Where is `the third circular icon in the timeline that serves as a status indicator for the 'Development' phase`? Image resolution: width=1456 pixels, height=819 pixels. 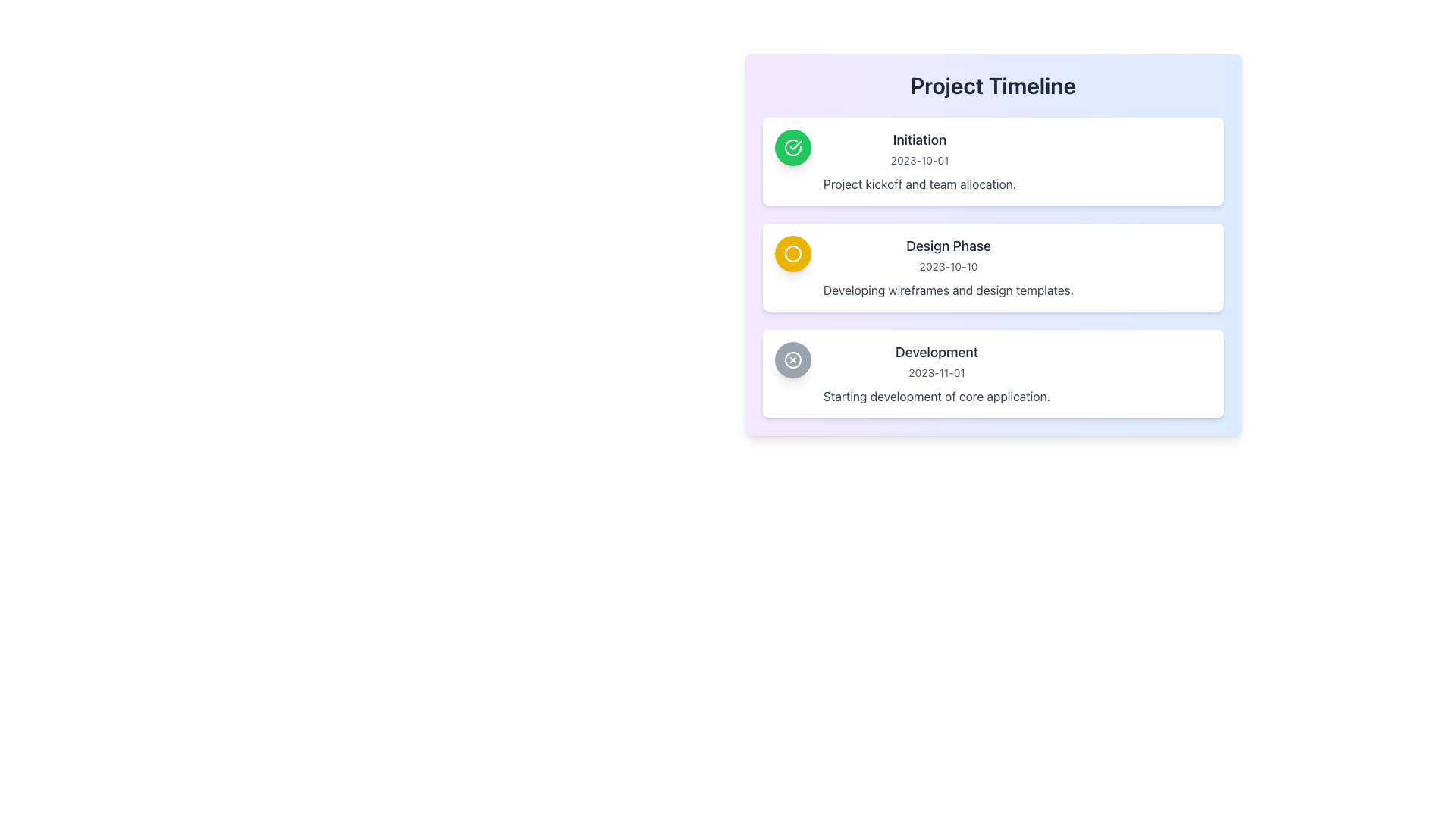 the third circular icon in the timeline that serves as a status indicator for the 'Development' phase is located at coordinates (792, 359).